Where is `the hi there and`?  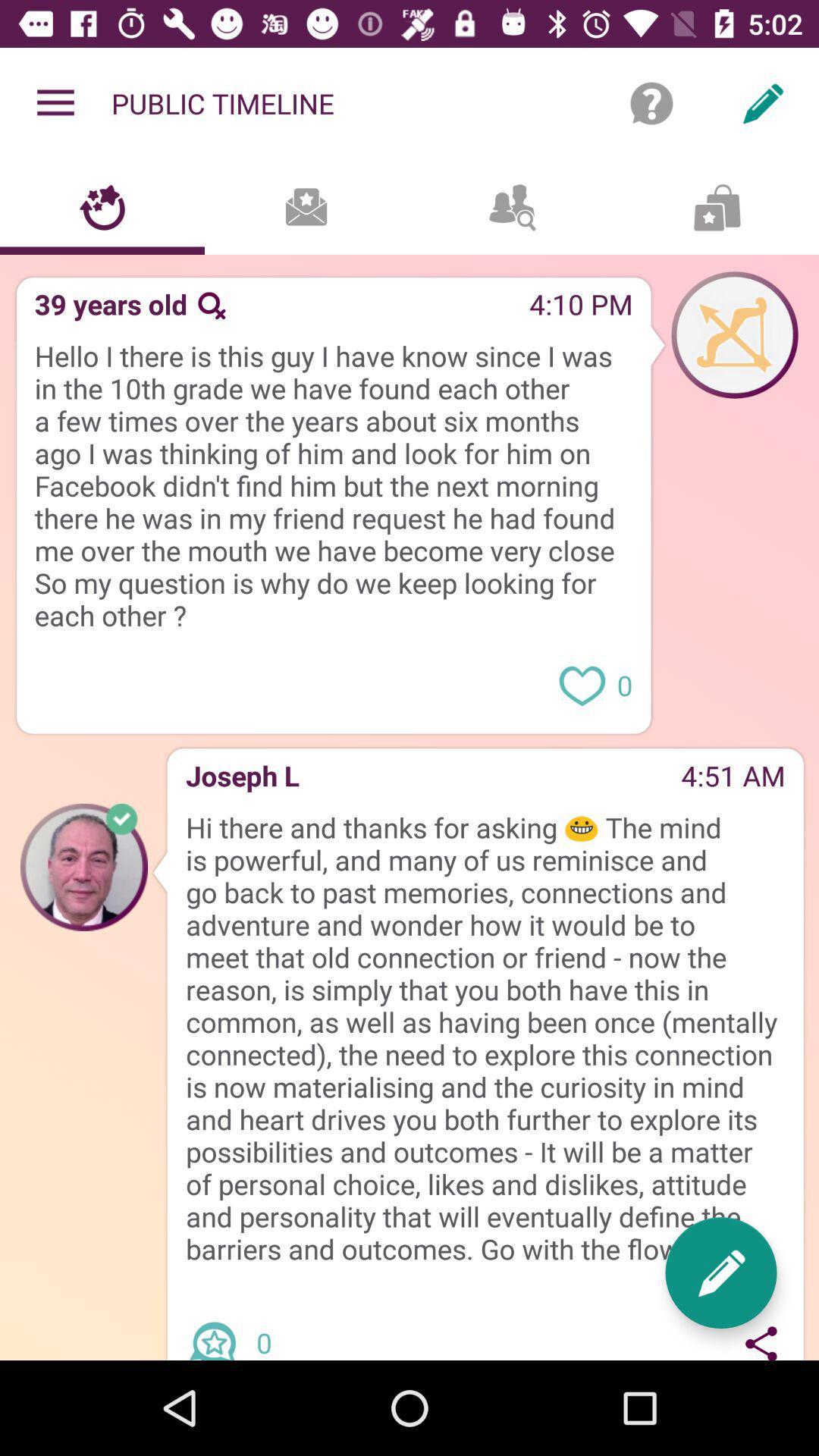
the hi there and is located at coordinates (485, 1037).